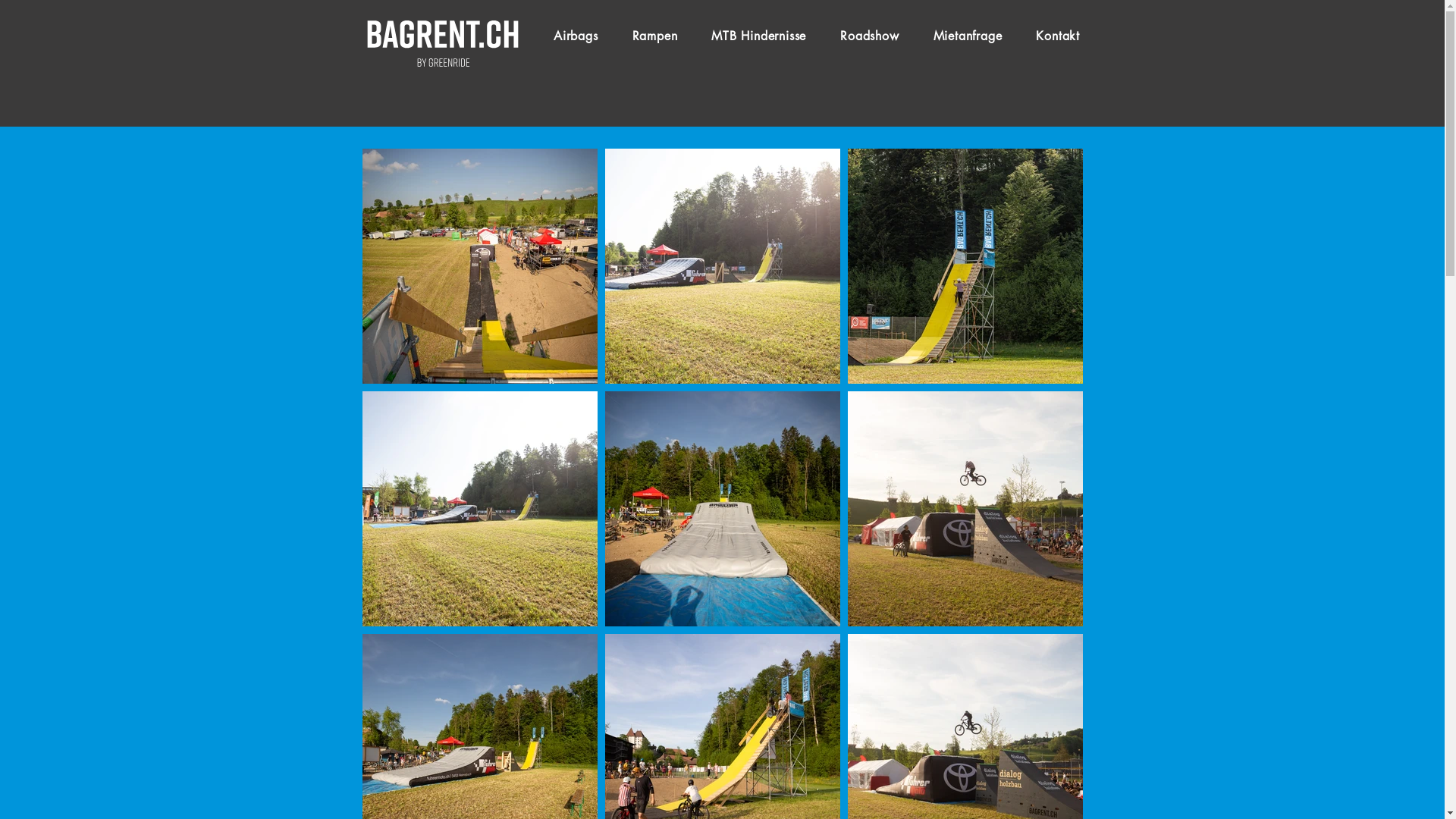  What do you see at coordinates (697, 35) in the screenshot?
I see `'MTB Hindernisse'` at bounding box center [697, 35].